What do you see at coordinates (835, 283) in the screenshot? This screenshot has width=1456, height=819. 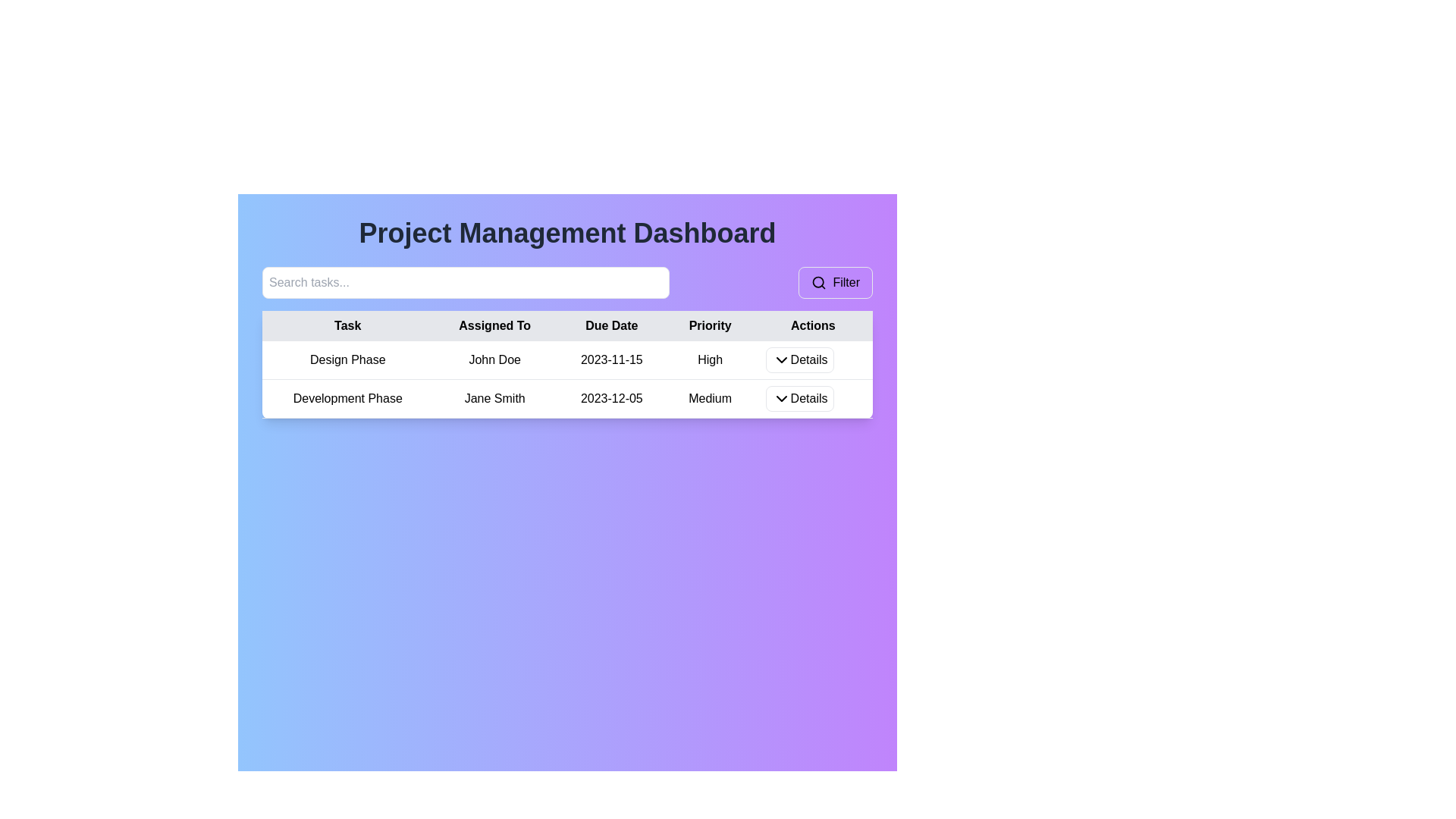 I see `the 'Filter' button, which has rounded corners and a magnifying glass icon` at bounding box center [835, 283].